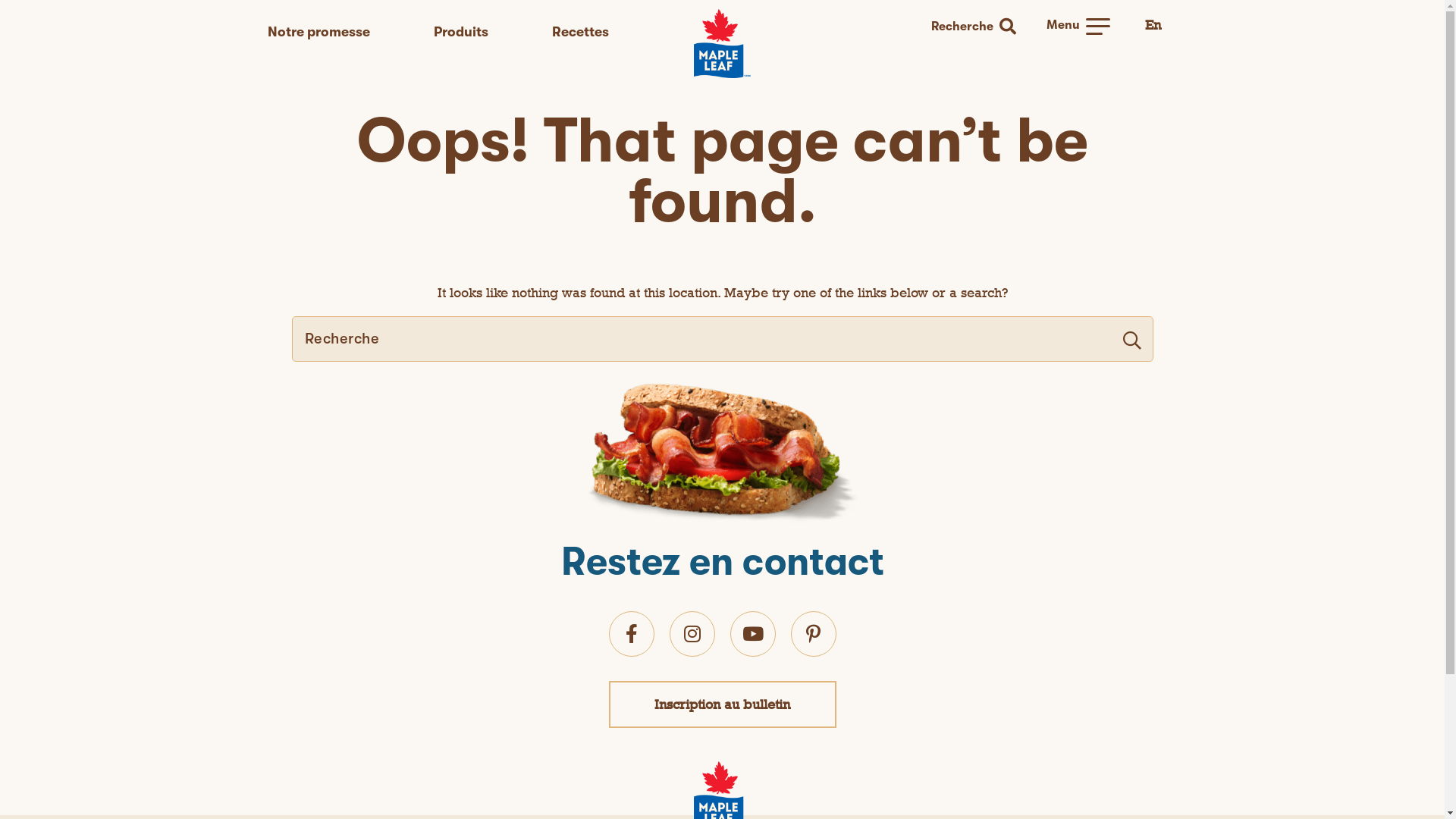  What do you see at coordinates (926, 27) in the screenshot?
I see `'Recherche'` at bounding box center [926, 27].